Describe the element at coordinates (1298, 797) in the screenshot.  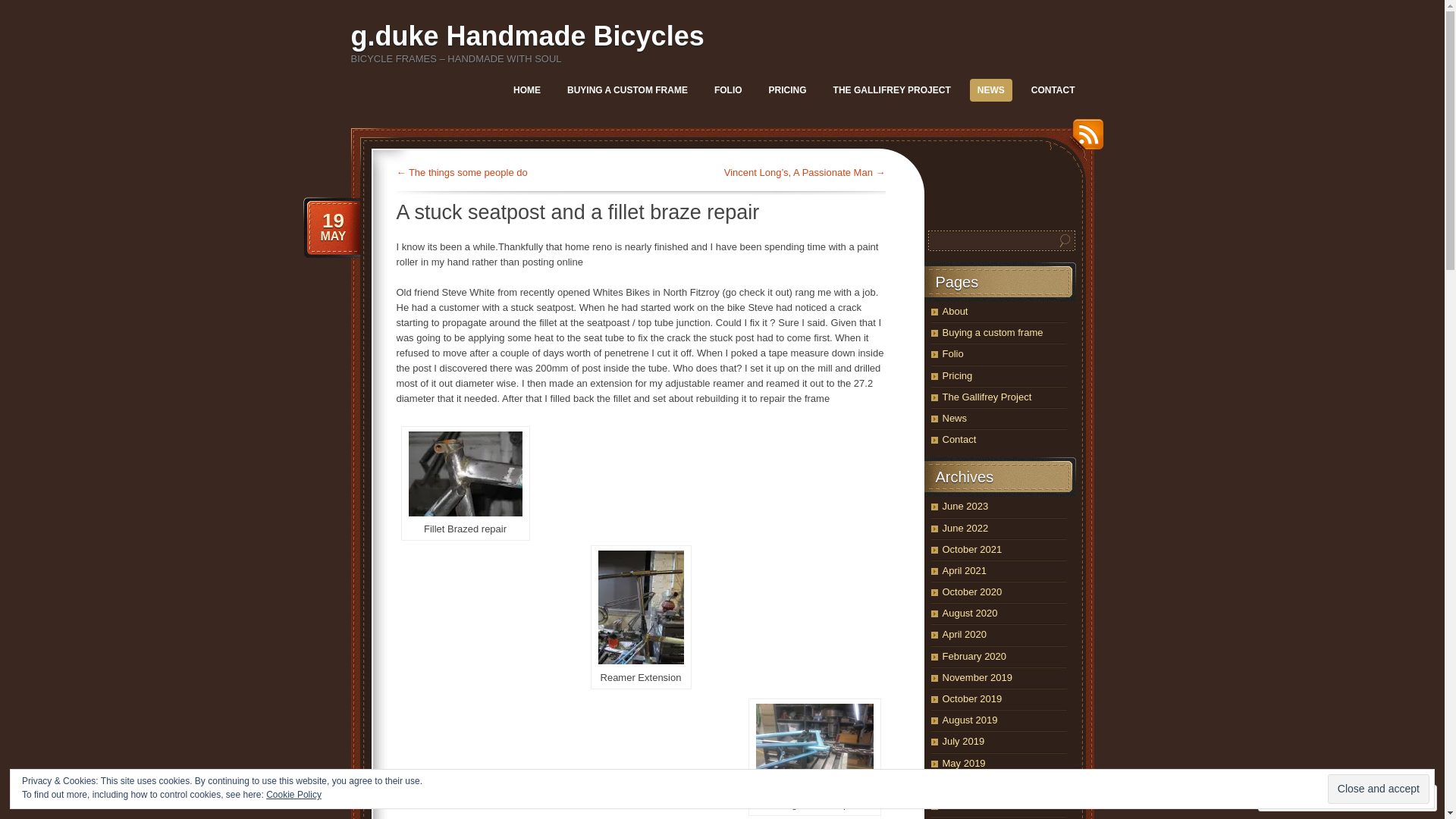
I see `'Comment'` at that location.